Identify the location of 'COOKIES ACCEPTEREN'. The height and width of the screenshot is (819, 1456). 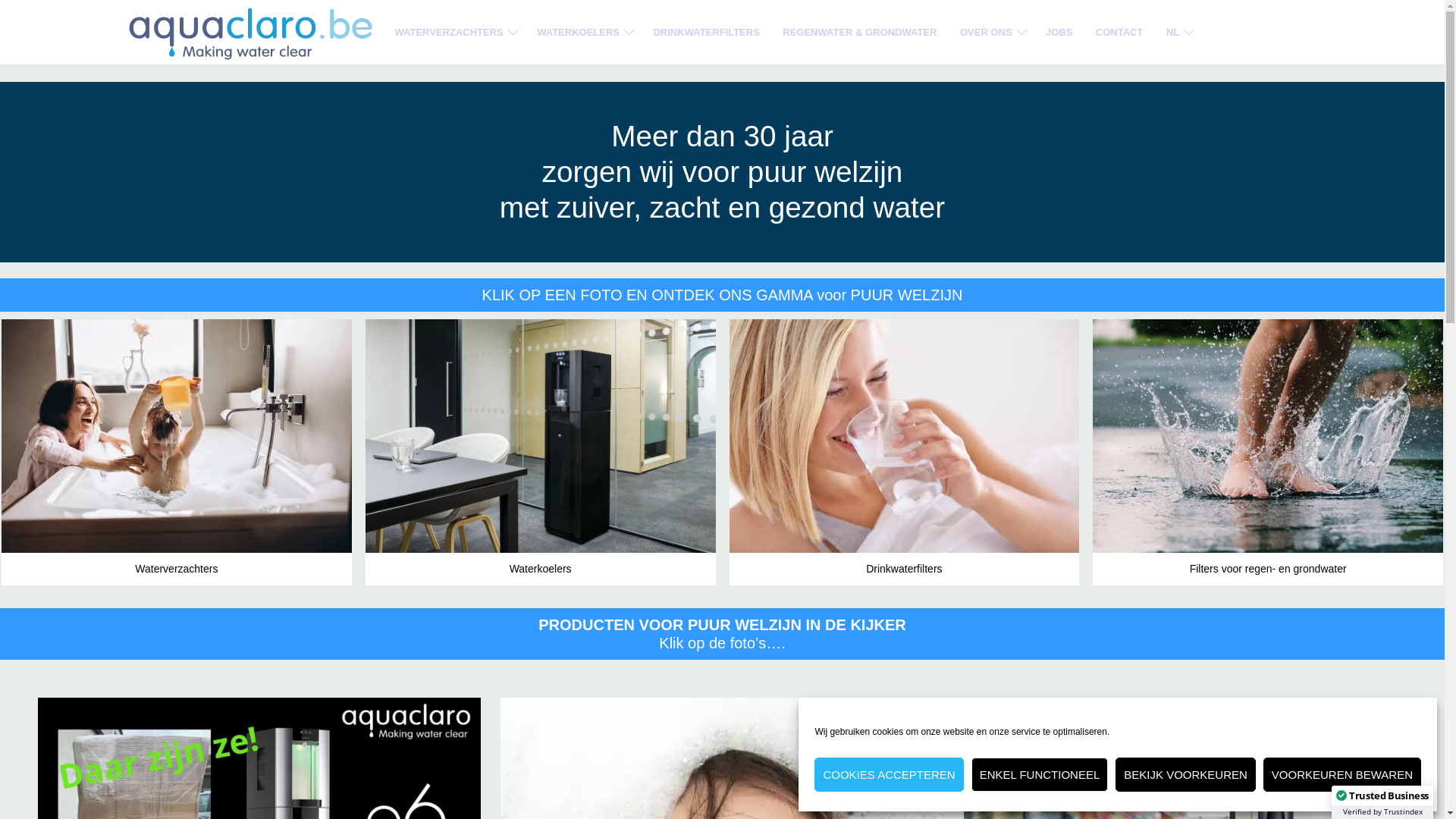
(888, 774).